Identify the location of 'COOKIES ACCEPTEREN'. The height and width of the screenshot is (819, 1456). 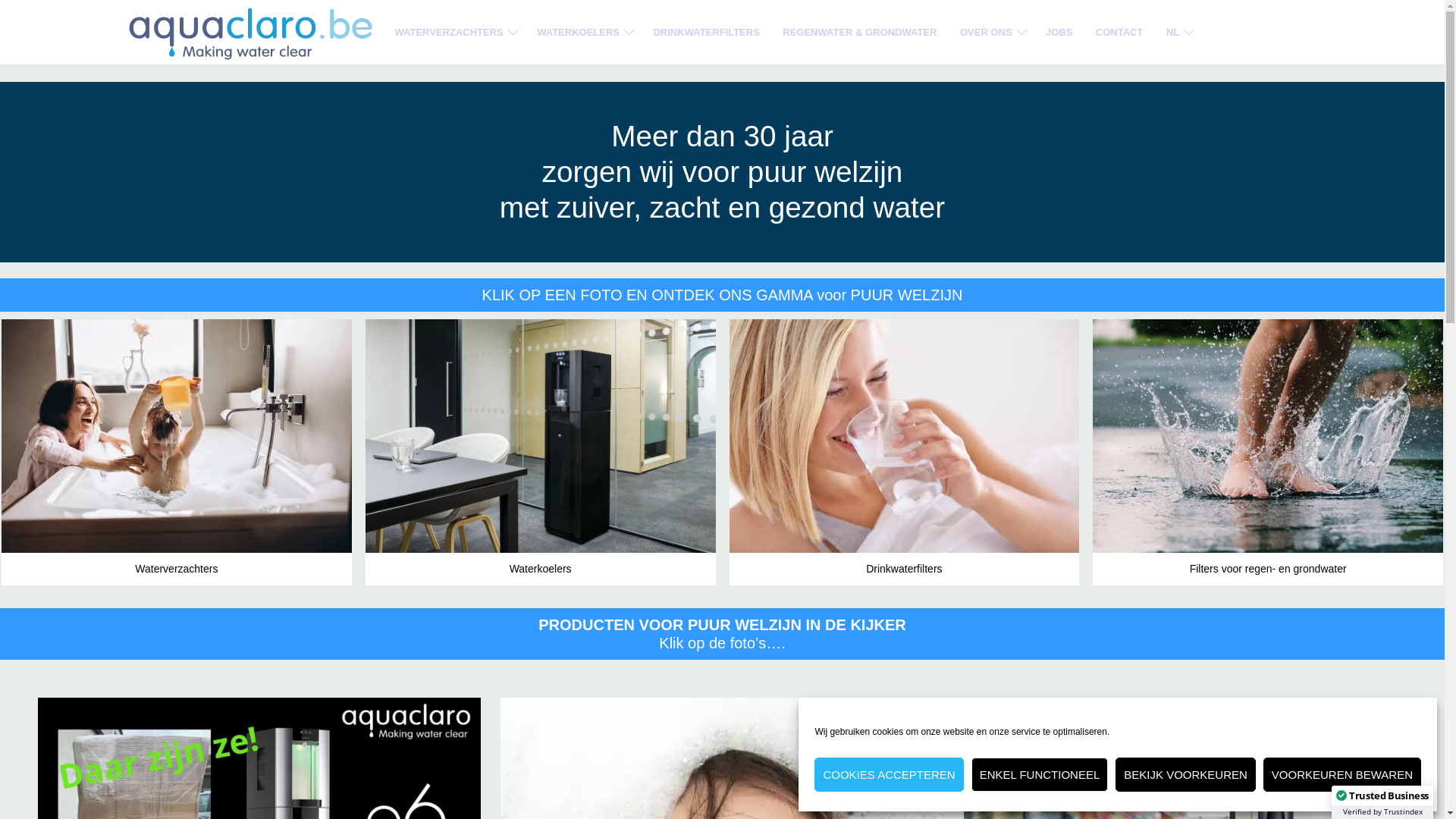
(888, 774).